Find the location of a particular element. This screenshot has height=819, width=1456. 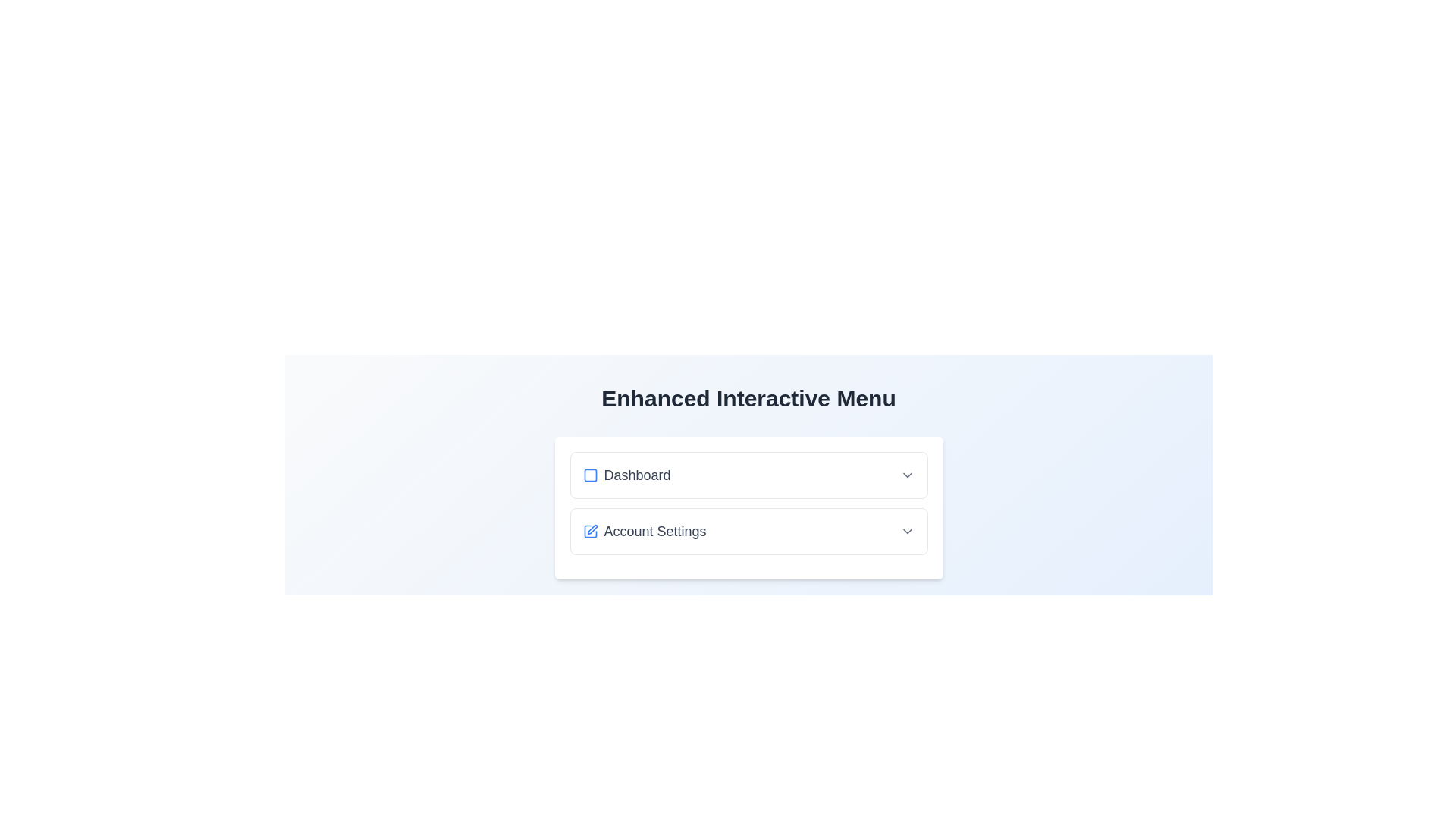

the text heading displaying 'Enhanced Interactive Menu' is located at coordinates (748, 397).